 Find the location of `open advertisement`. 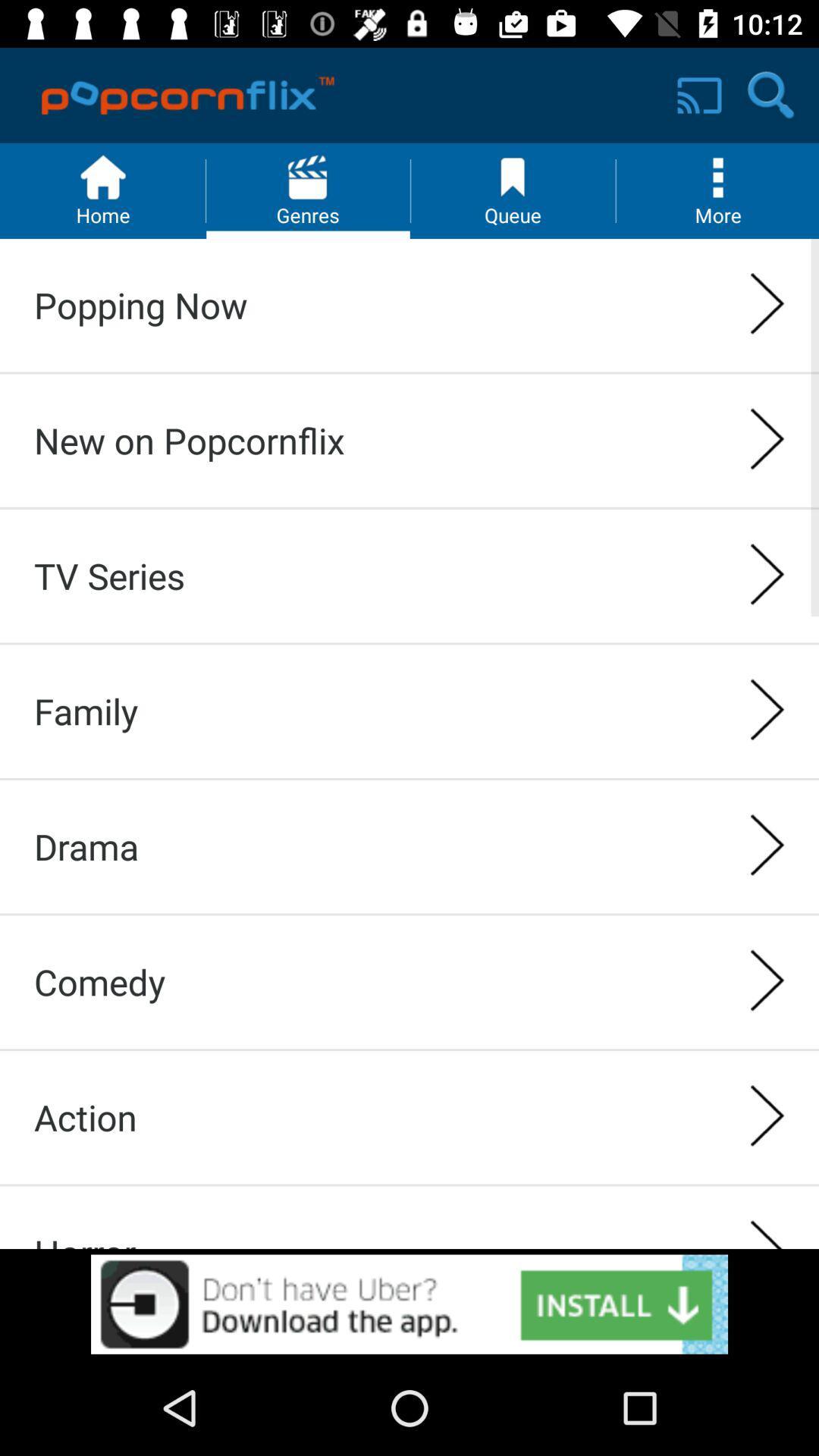

open advertisement is located at coordinates (409, 1304).